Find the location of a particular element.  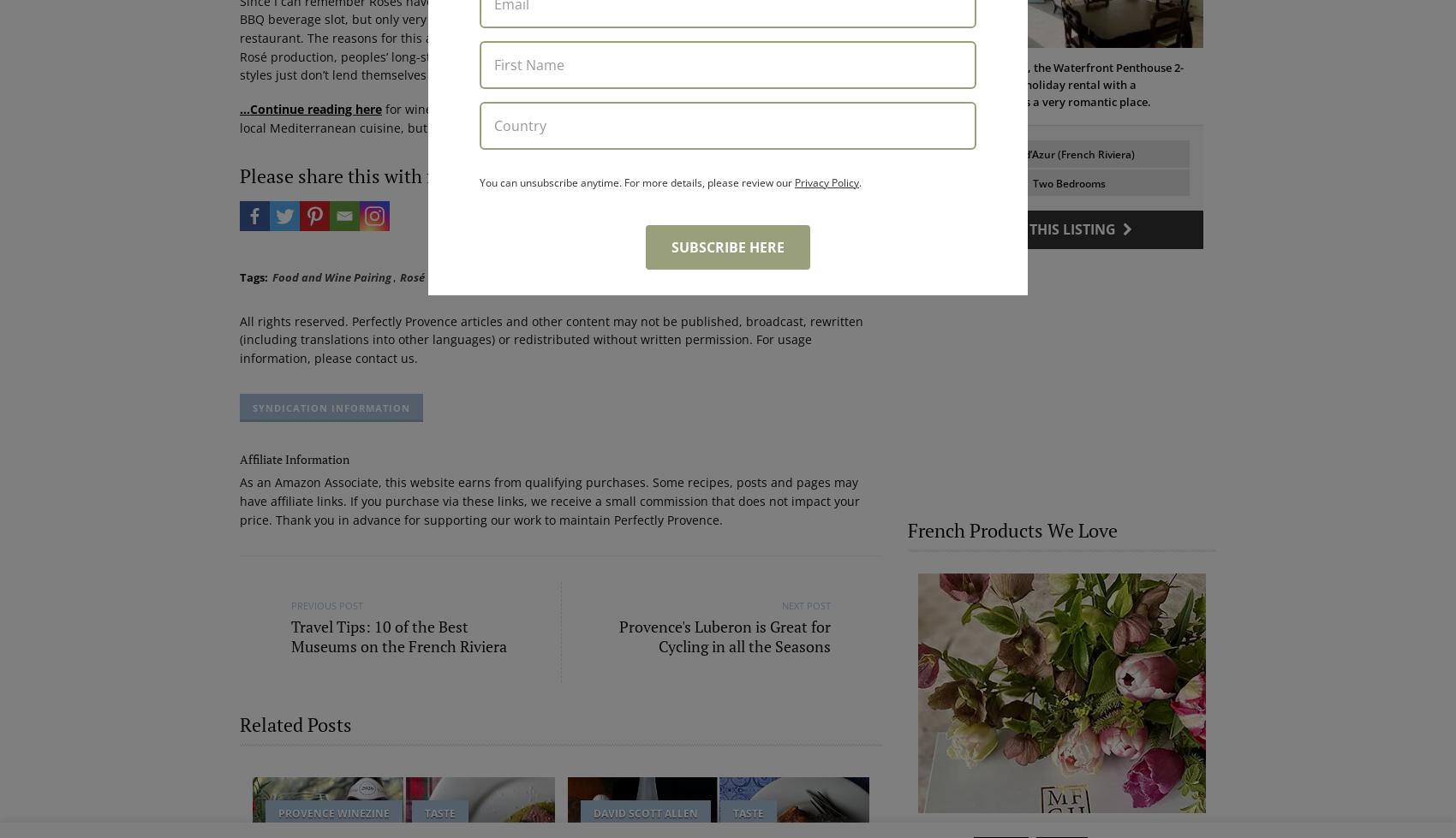

'David Scott Allen' is located at coordinates (643, 811).